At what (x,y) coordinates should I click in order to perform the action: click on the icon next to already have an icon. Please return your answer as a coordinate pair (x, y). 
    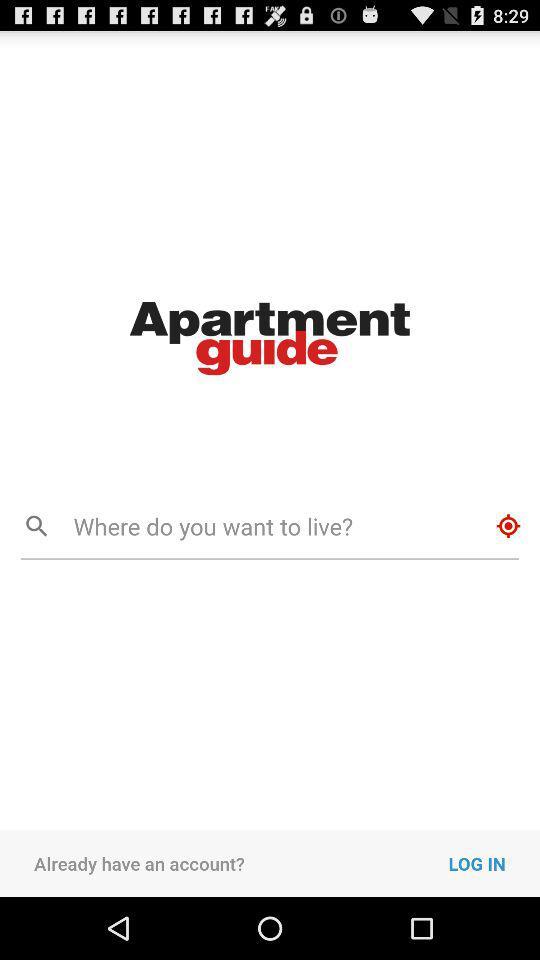
    Looking at the image, I should click on (493, 862).